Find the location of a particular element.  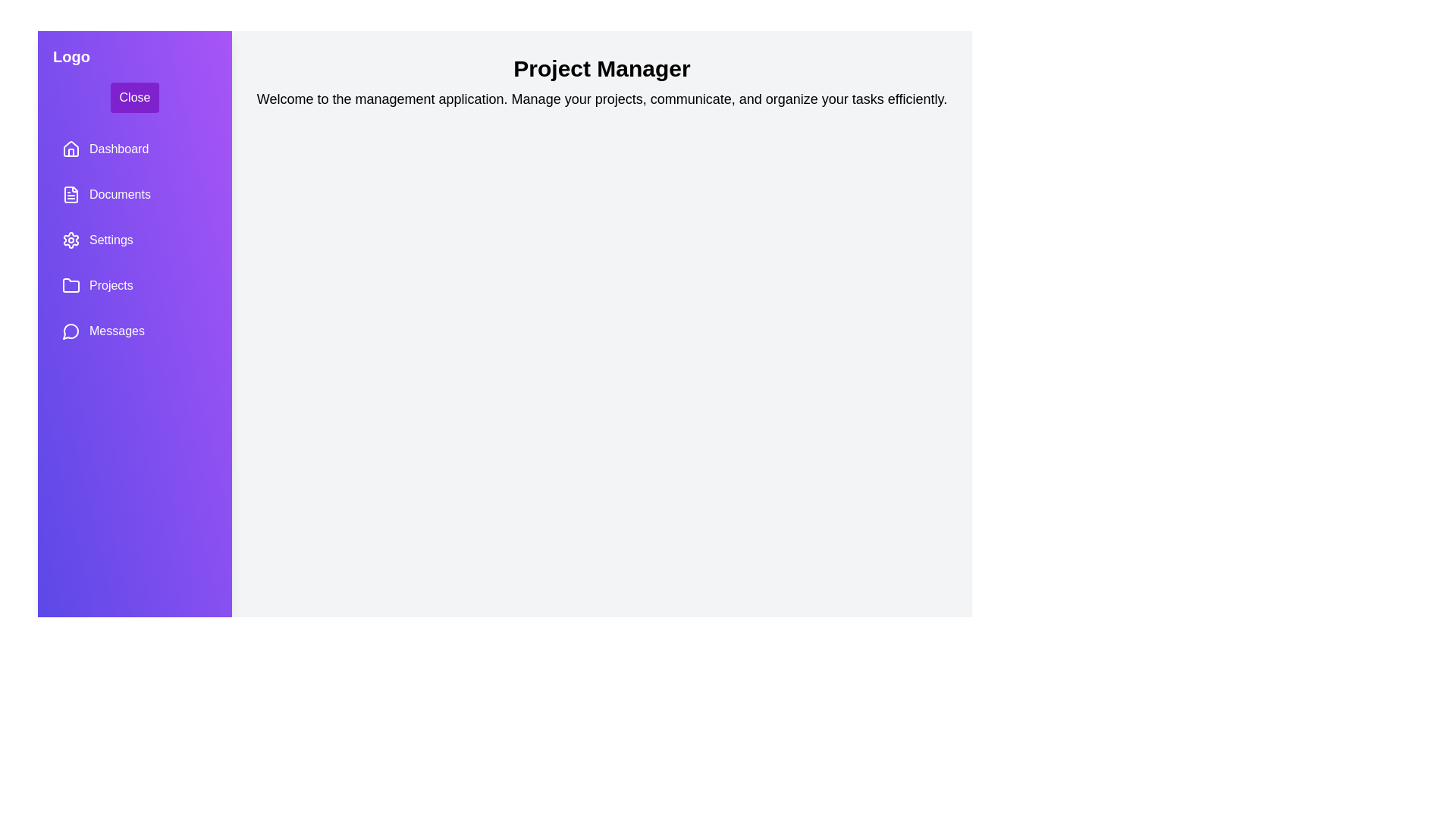

the sidebar item labeled 'Documents' to observe the hover effect is located at coordinates (134, 194).